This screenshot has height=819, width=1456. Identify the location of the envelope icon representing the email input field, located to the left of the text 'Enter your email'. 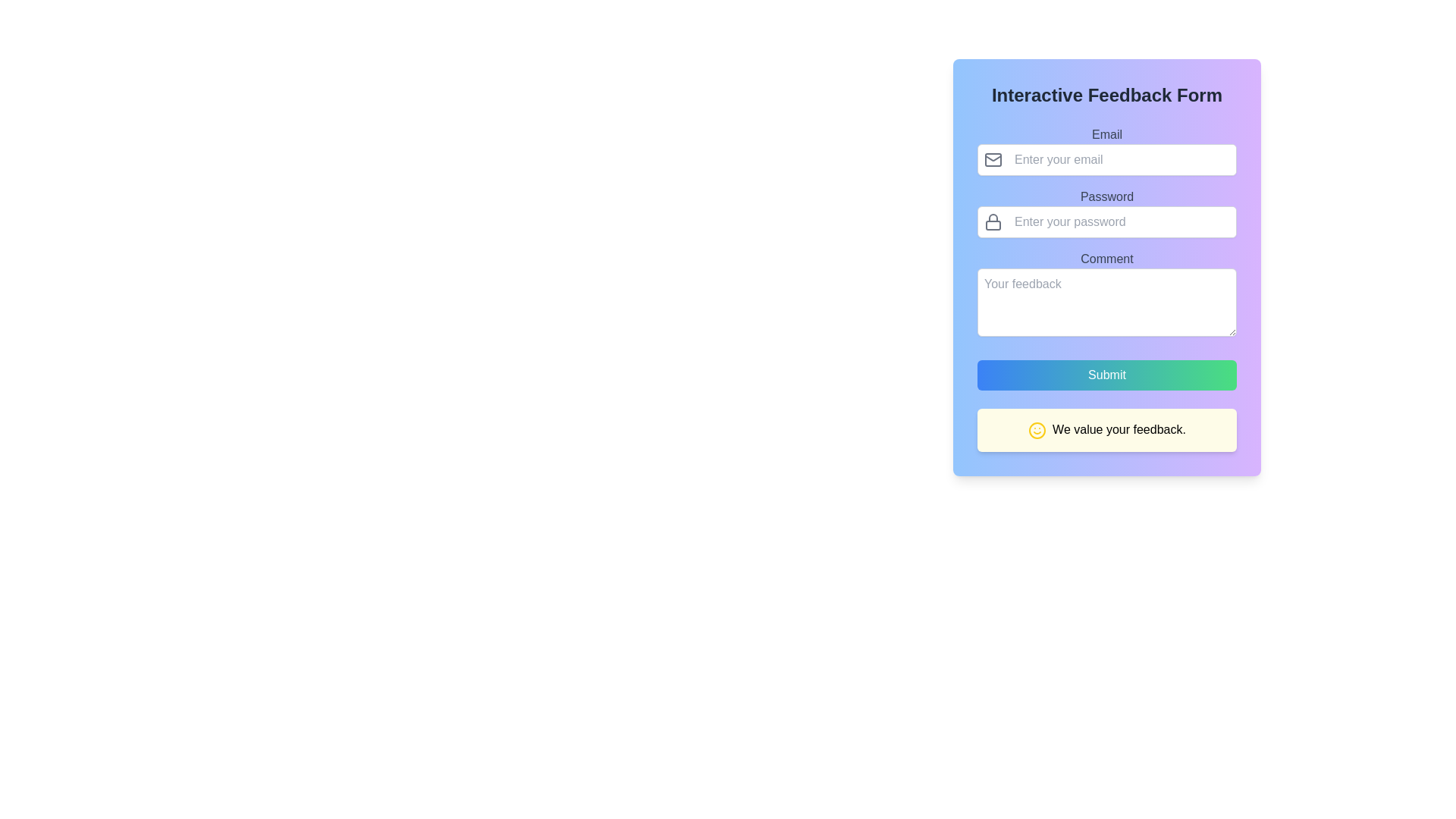
(993, 160).